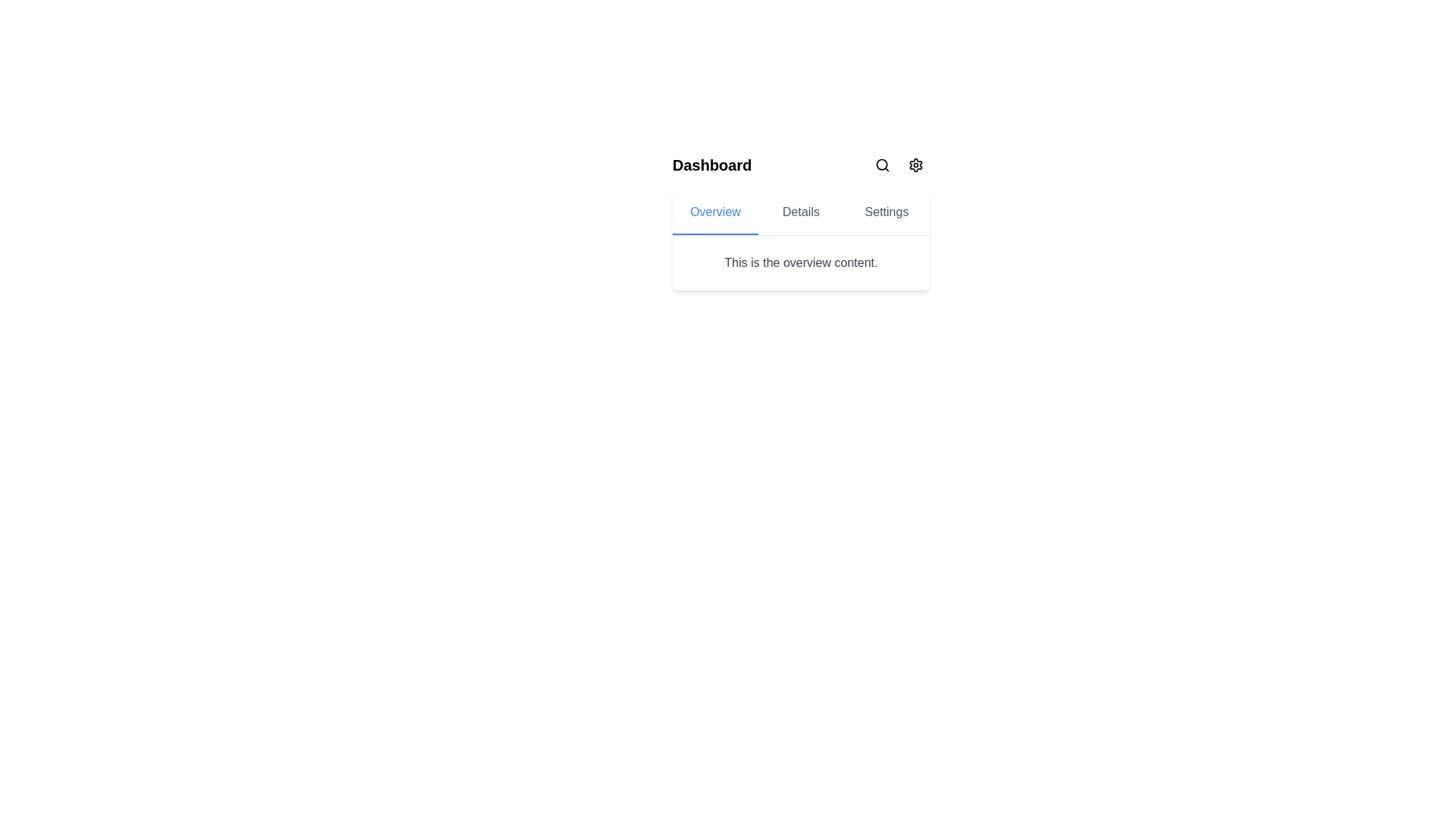 Image resolution: width=1456 pixels, height=819 pixels. What do you see at coordinates (915, 165) in the screenshot?
I see `the settings icon button located in the top-right of the interface, immediately to the right of the search icon` at bounding box center [915, 165].